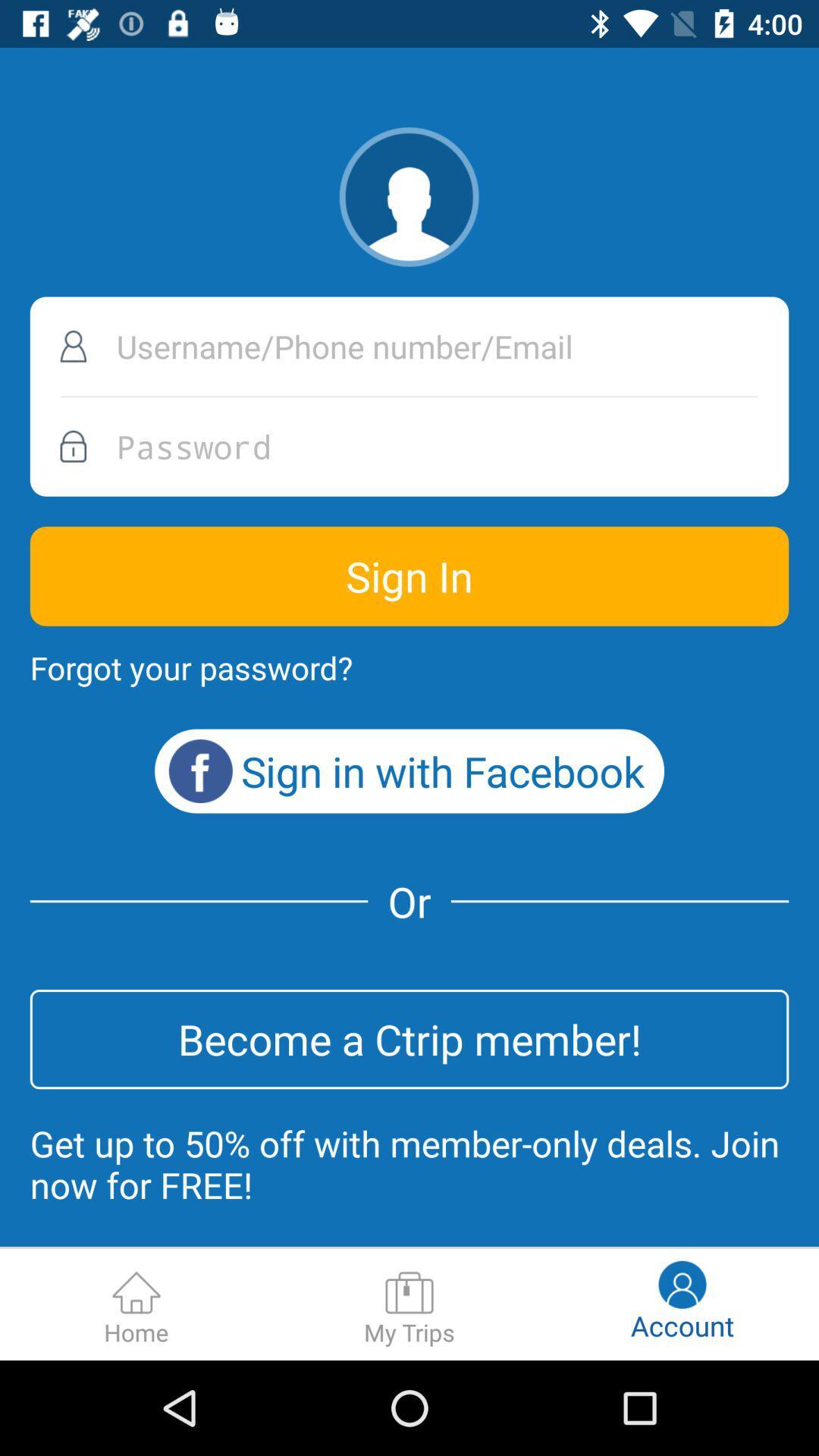  Describe the element at coordinates (190, 667) in the screenshot. I see `the forgot your password?` at that location.